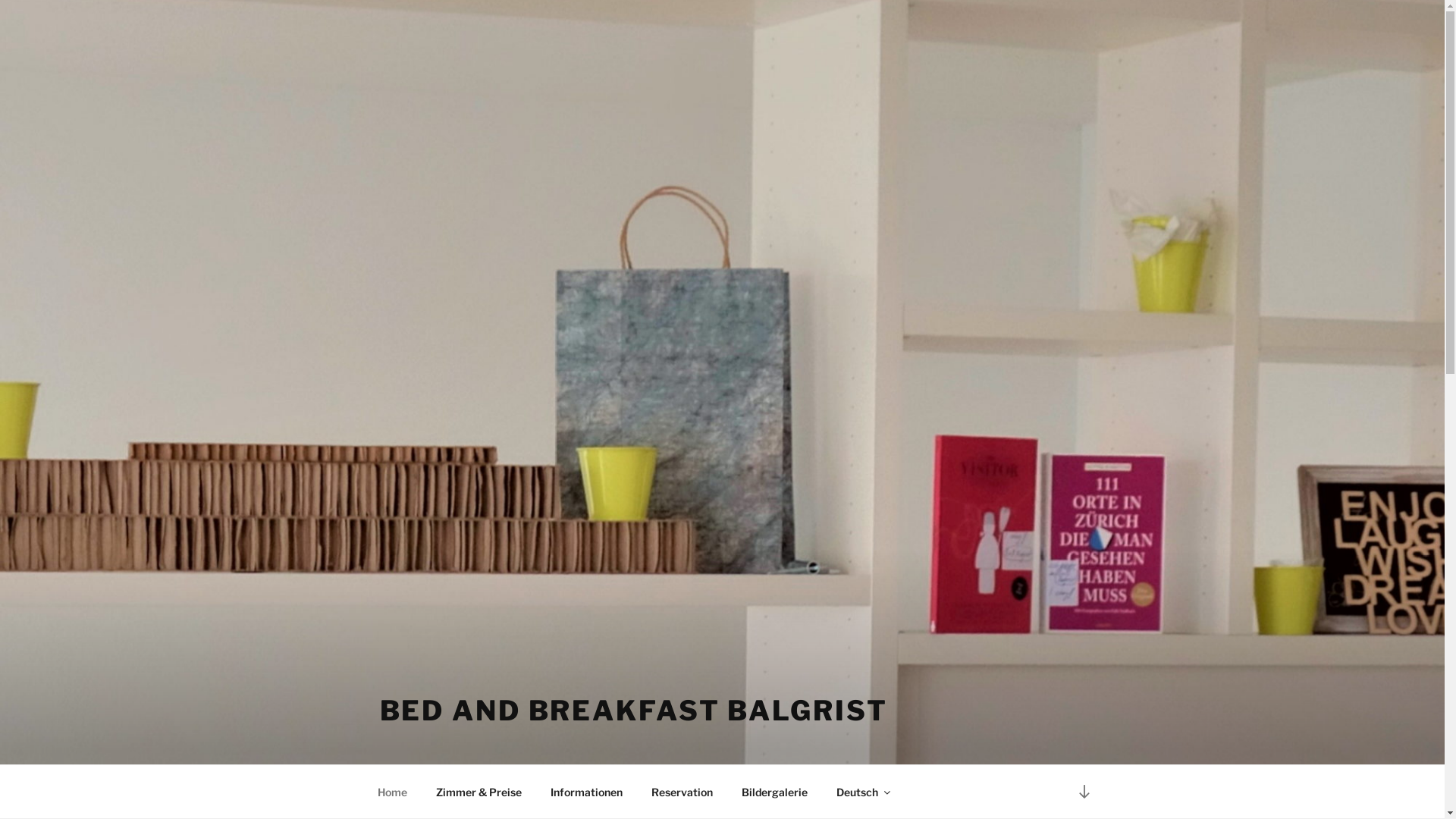 The image size is (1456, 819). I want to click on 'Zimmer & Preise', so click(479, 791).